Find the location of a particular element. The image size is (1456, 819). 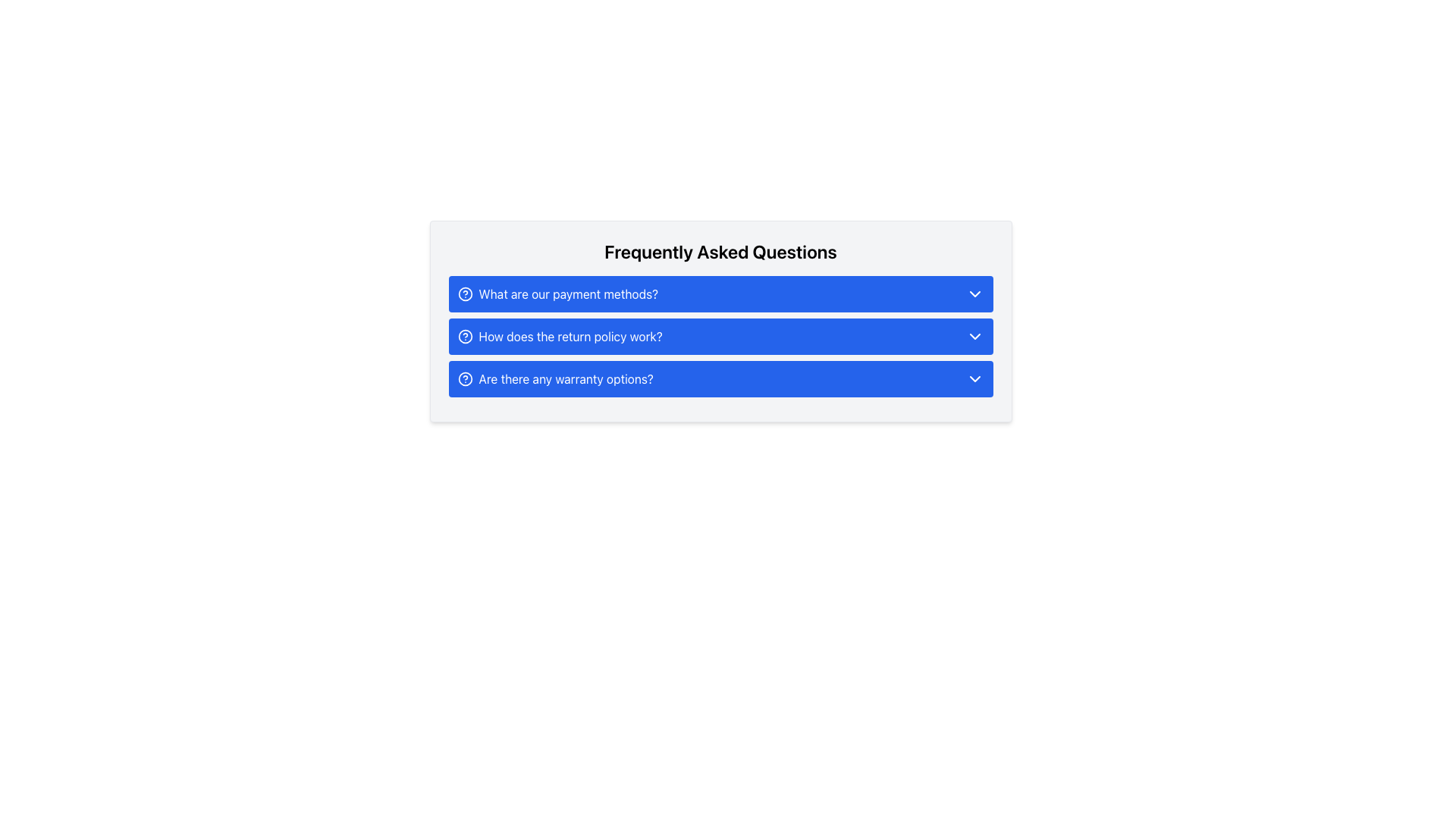

the downward-pointing chevron icon button located at the far right side next to the text 'What are our payment methods?' is located at coordinates (974, 294).